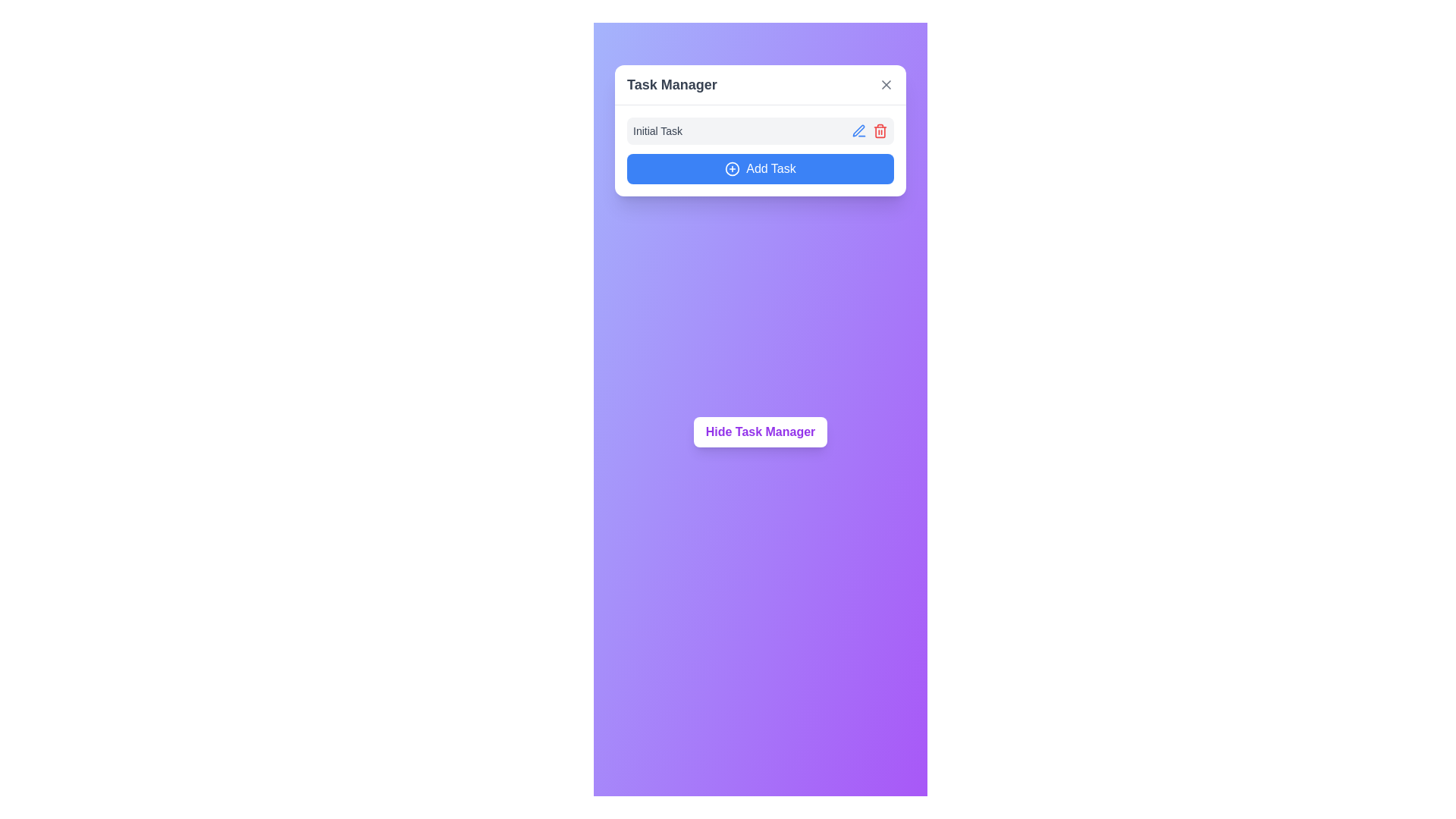  Describe the element at coordinates (886, 84) in the screenshot. I see `the close icon located at the top right corner of the Task Manager` at that location.